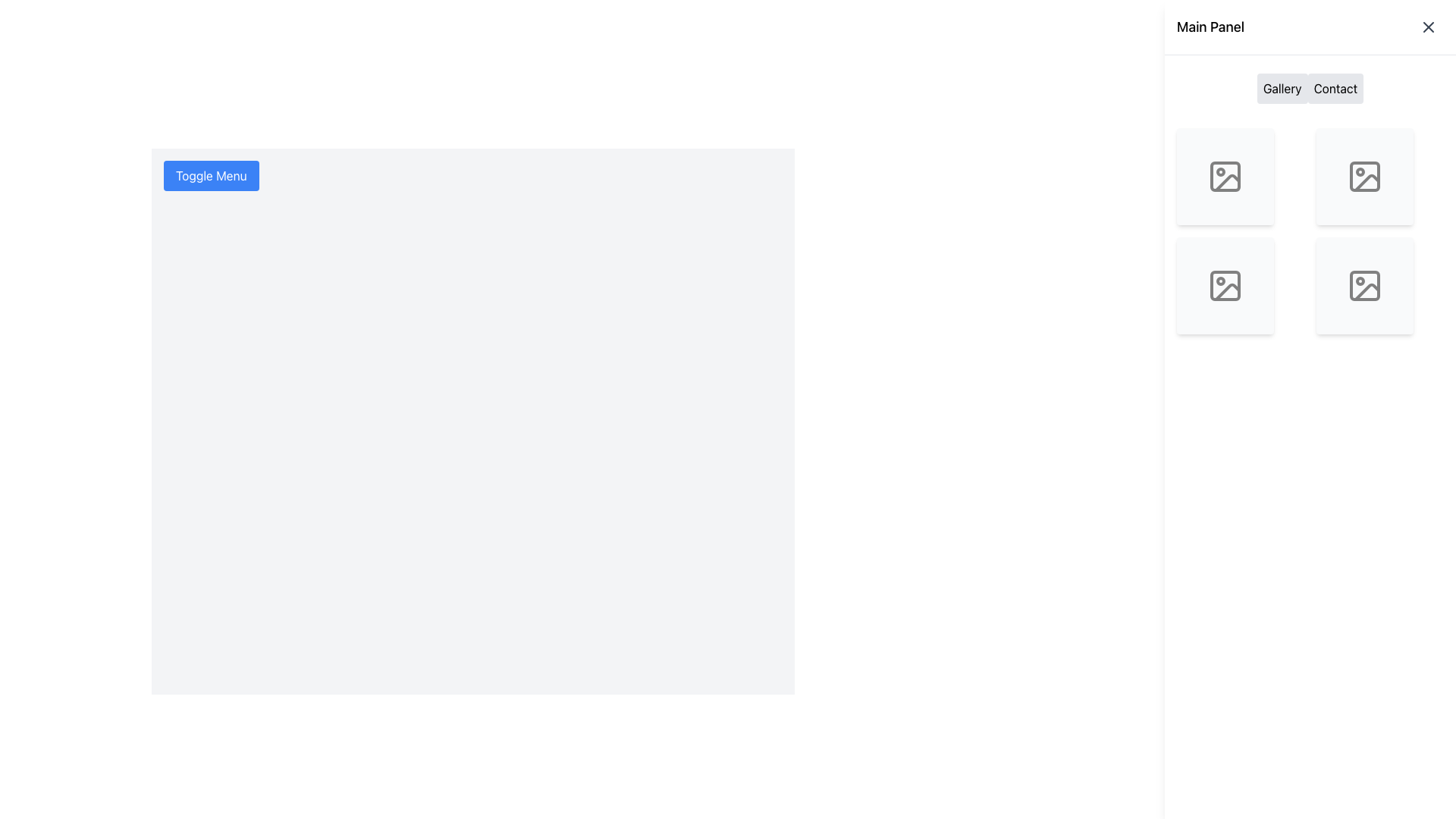  I want to click on the 'Main Panel' text label styled in bold font located at the top right corner of the header bar, so click(1210, 27).